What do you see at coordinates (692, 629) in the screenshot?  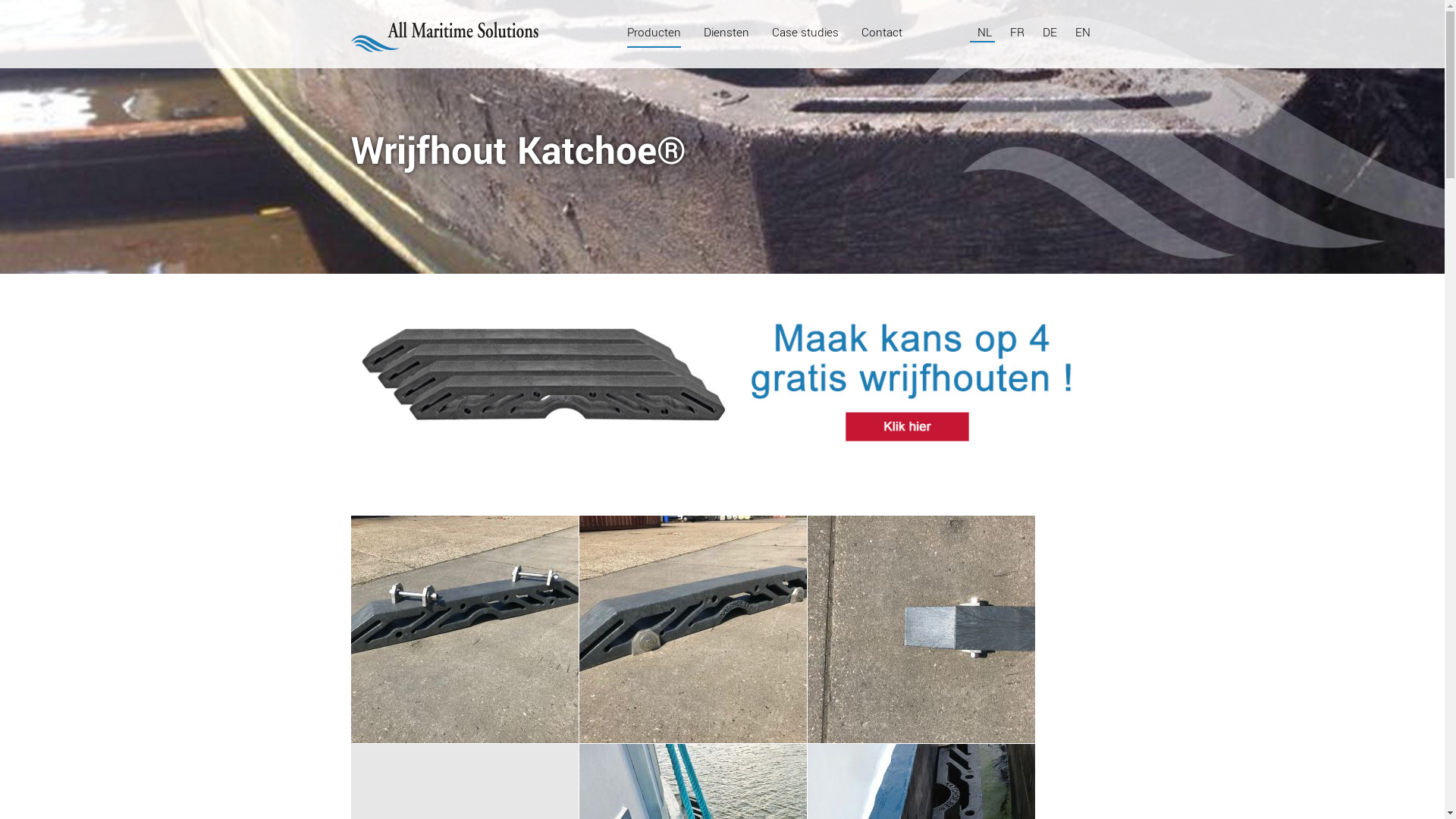 I see `'Click to enlarge image IMG_8193.jpg'` at bounding box center [692, 629].